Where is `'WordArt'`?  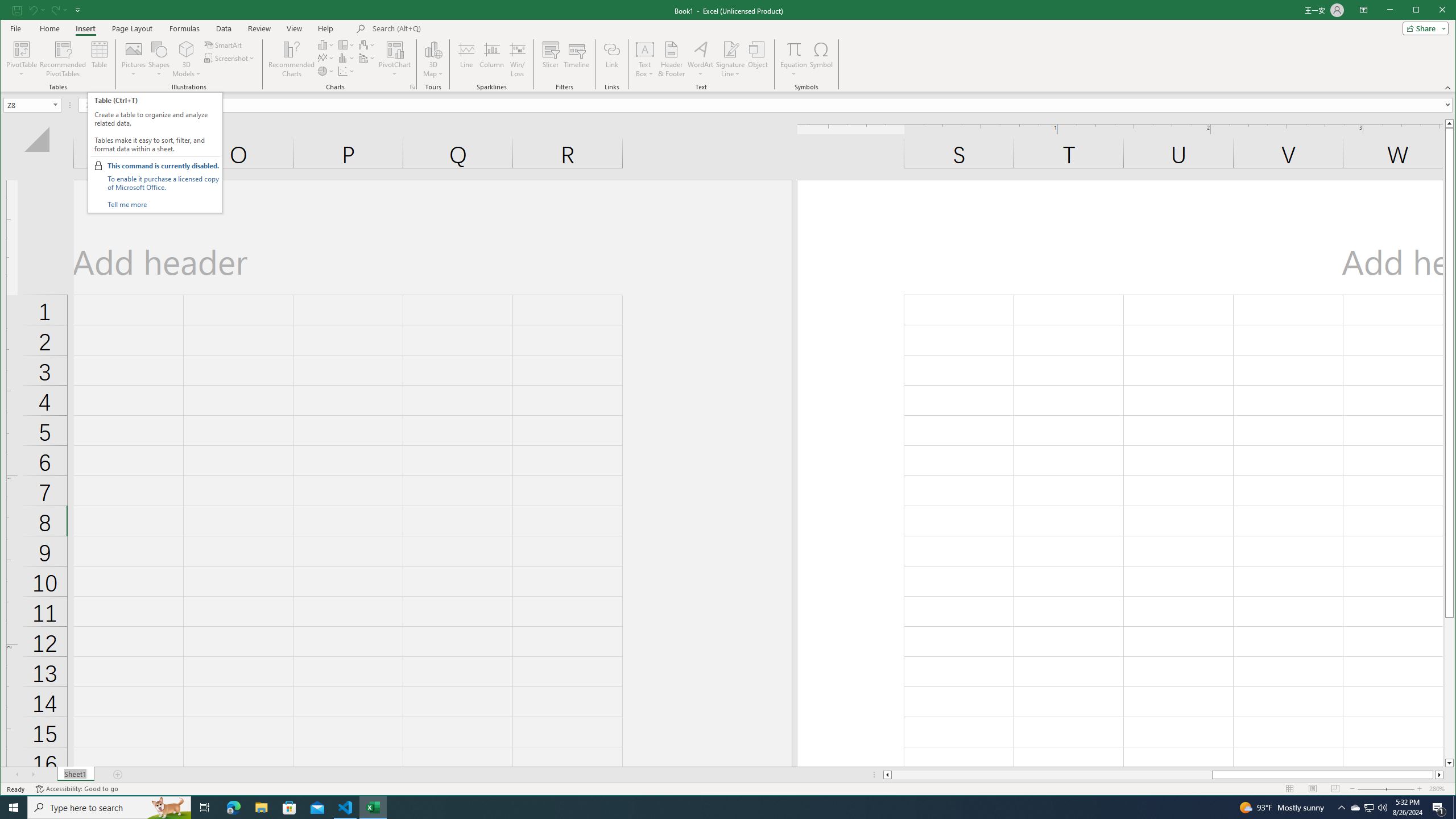
'WordArt' is located at coordinates (700, 59).